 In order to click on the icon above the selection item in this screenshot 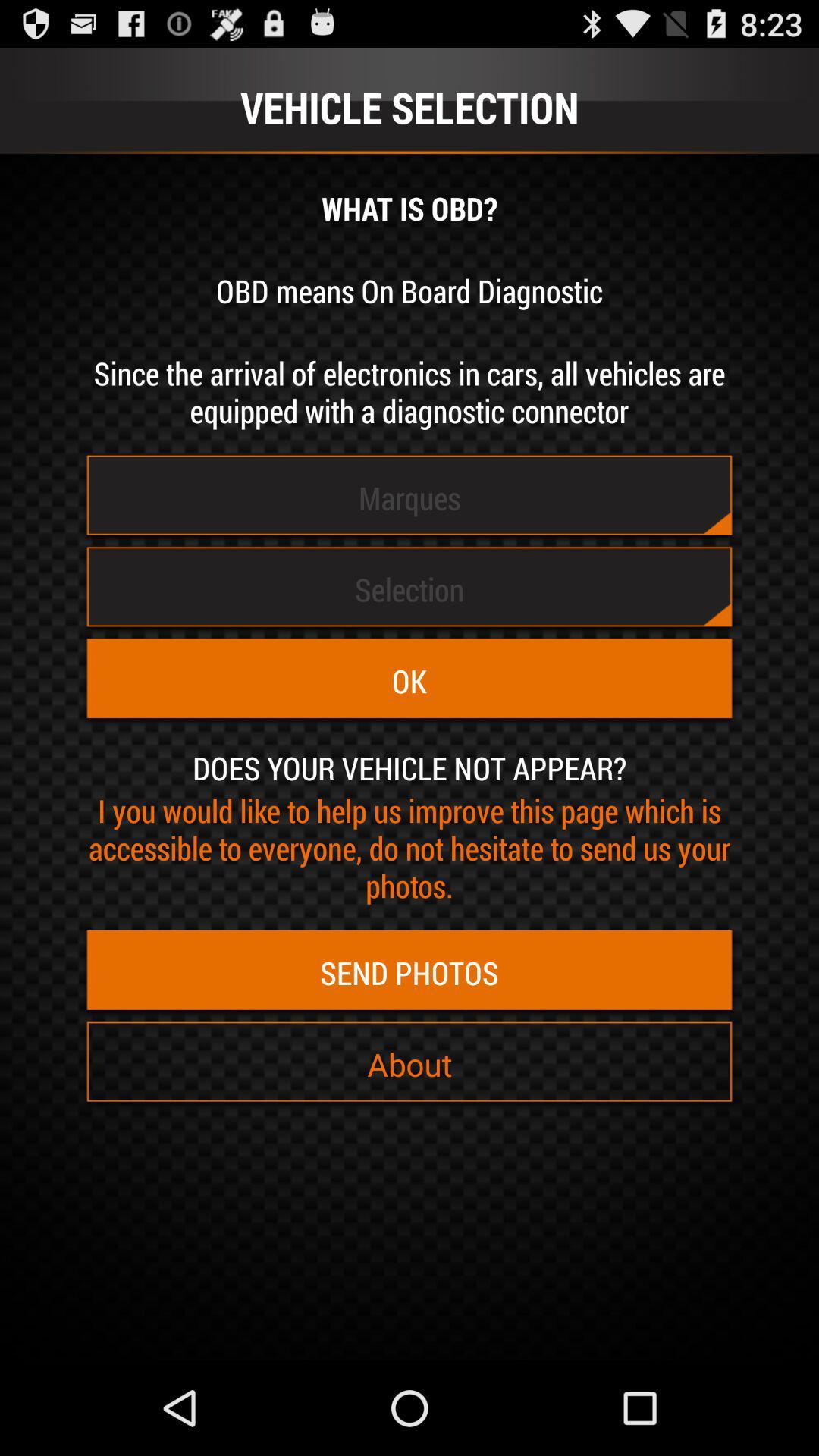, I will do `click(409, 497)`.